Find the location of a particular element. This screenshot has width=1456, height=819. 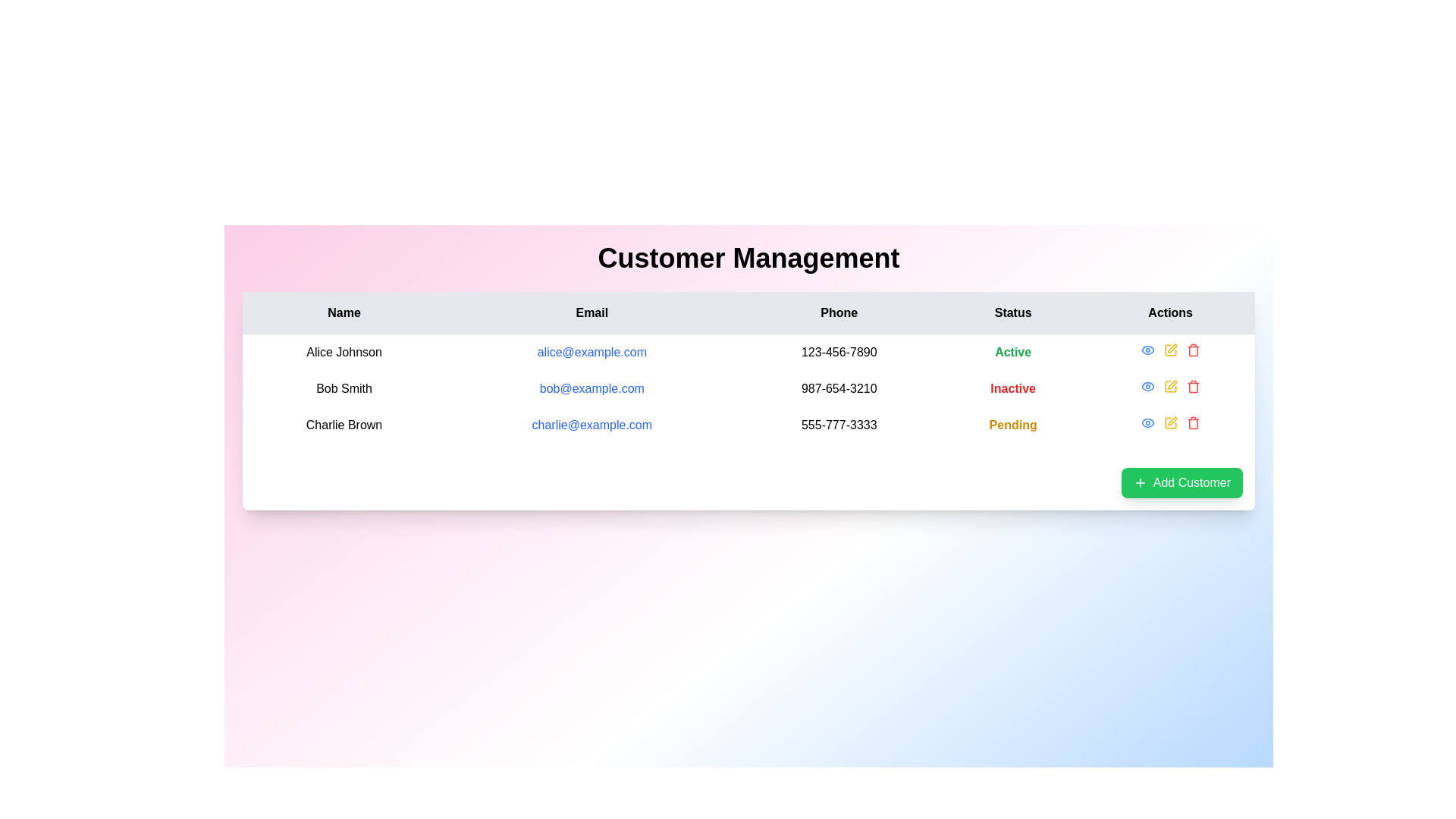

the text label displaying 'Charlie Brown' in the 'Name' column of the third row of the table is located at coordinates (344, 425).